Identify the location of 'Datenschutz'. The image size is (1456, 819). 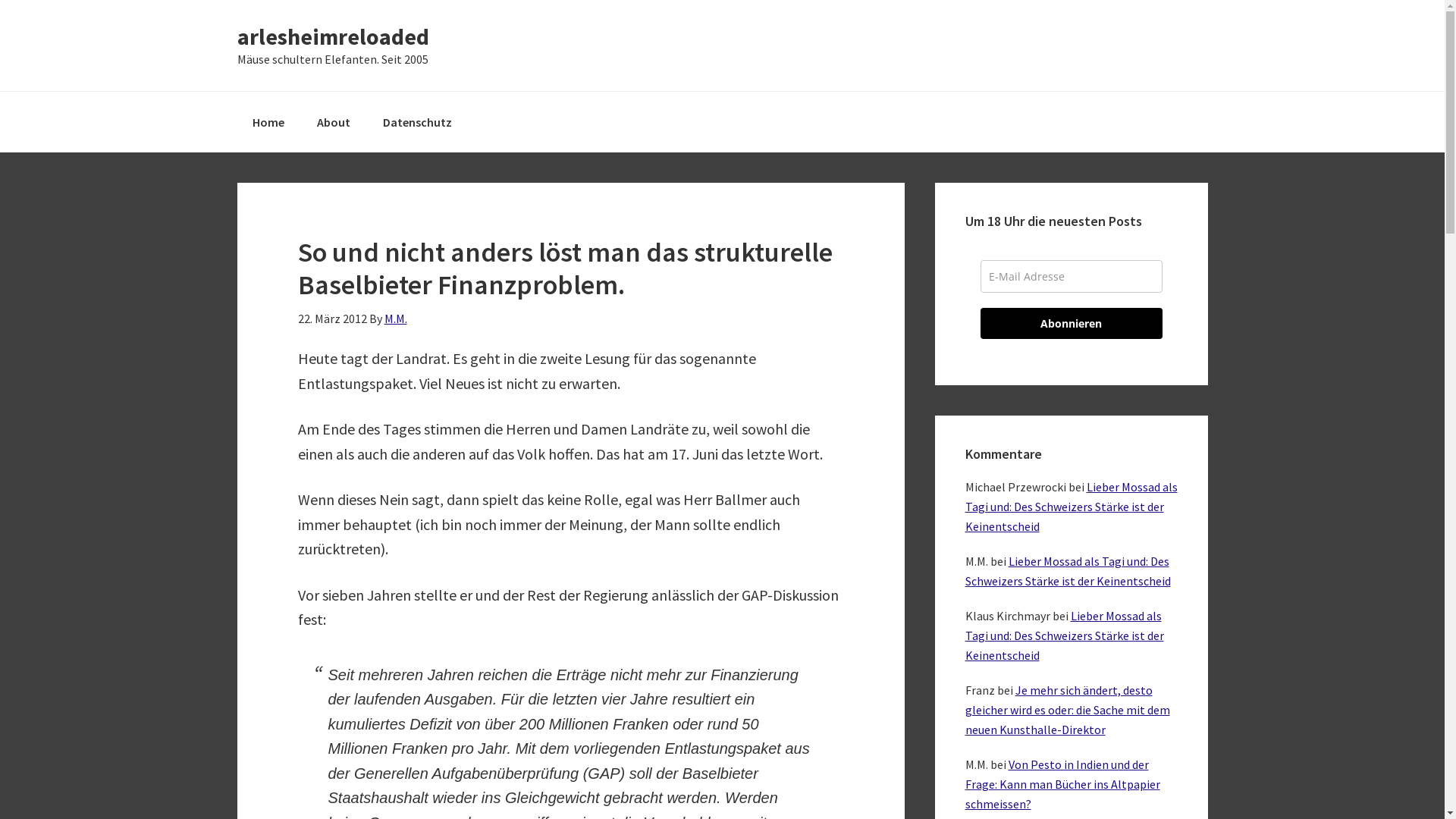
(416, 121).